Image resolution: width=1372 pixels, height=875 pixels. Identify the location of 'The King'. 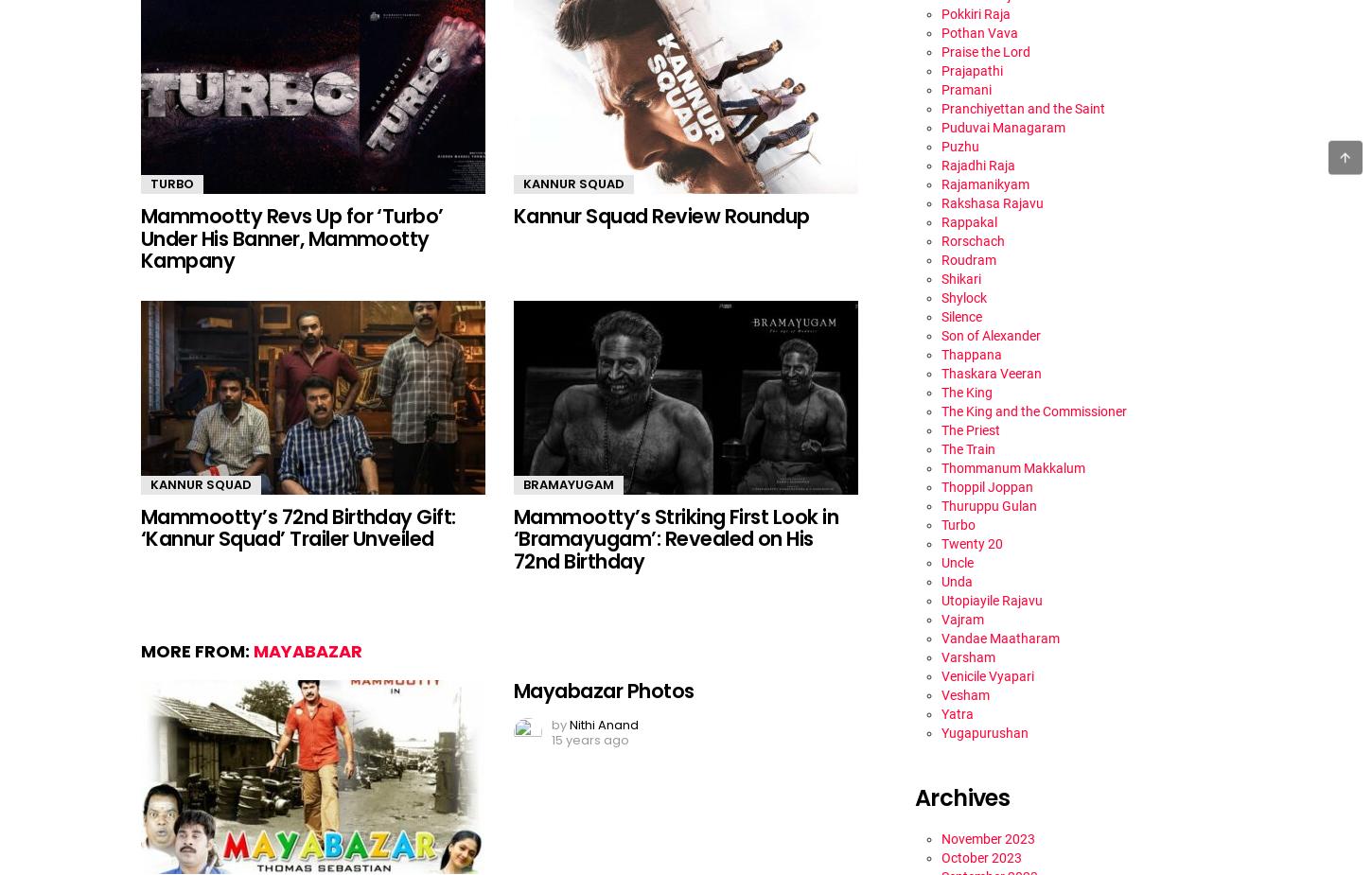
(966, 391).